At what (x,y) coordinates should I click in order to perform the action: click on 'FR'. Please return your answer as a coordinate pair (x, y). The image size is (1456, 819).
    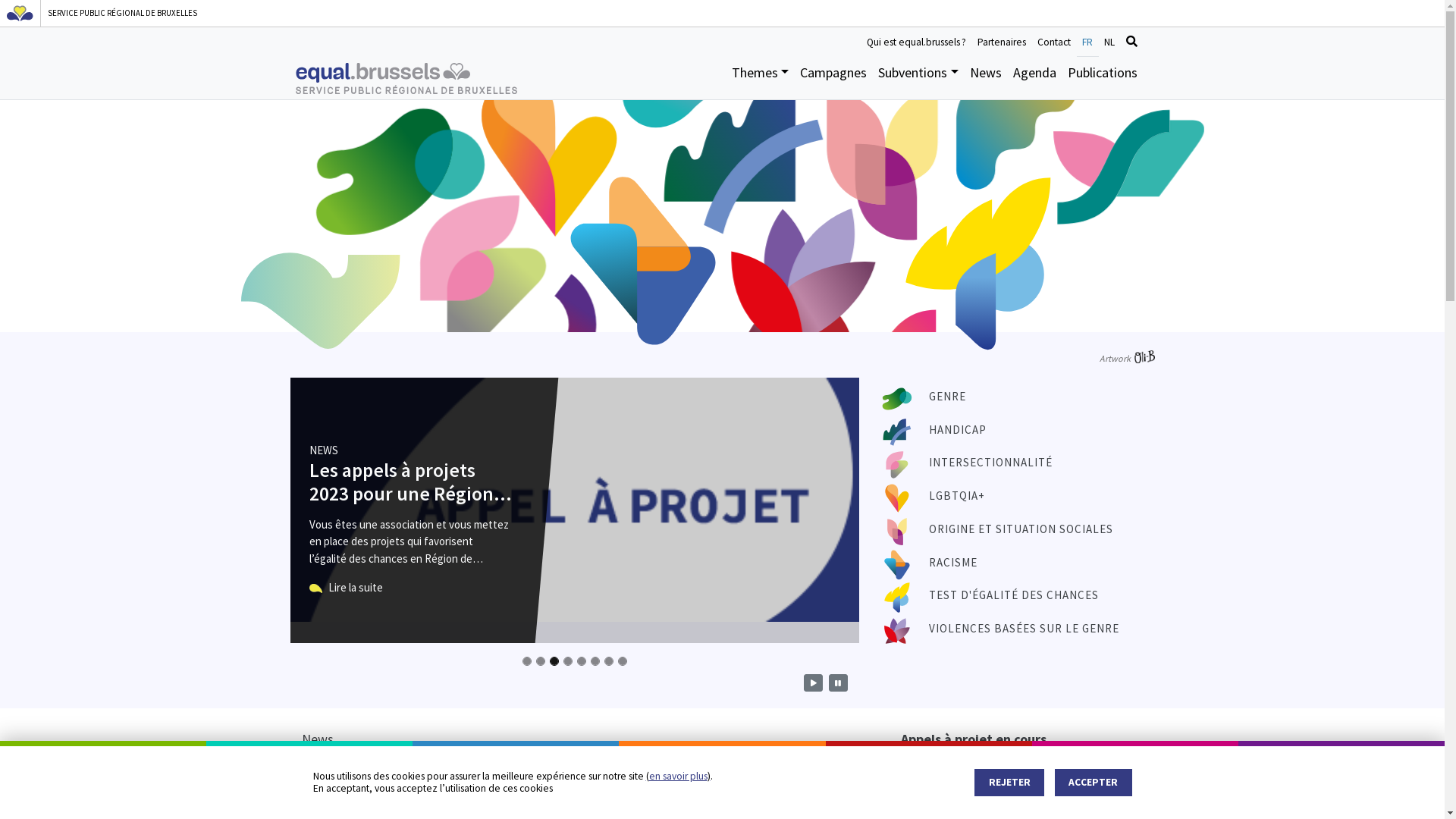
    Looking at the image, I should click on (1087, 40).